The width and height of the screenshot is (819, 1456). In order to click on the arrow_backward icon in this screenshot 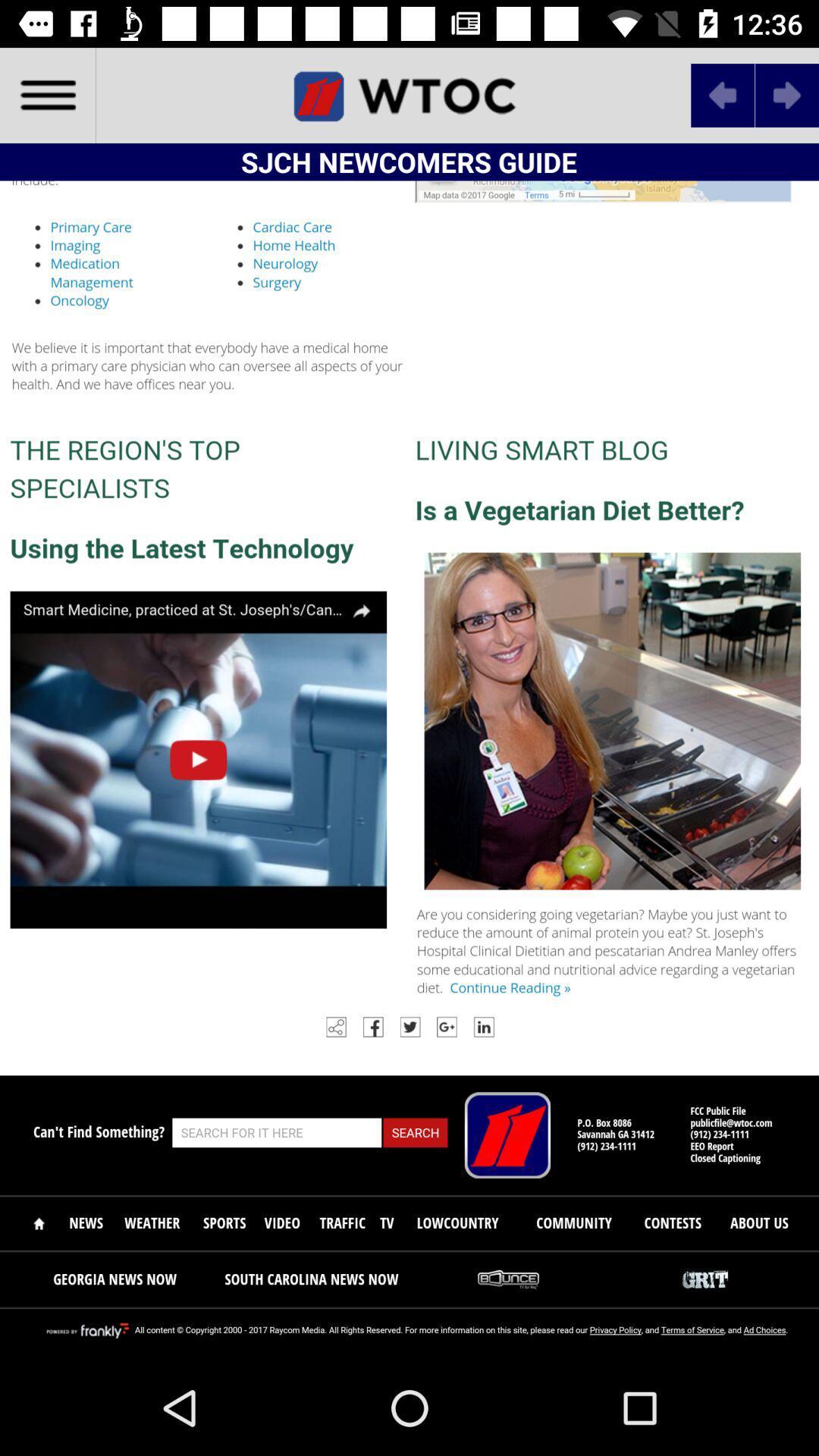, I will do `click(722, 94)`.